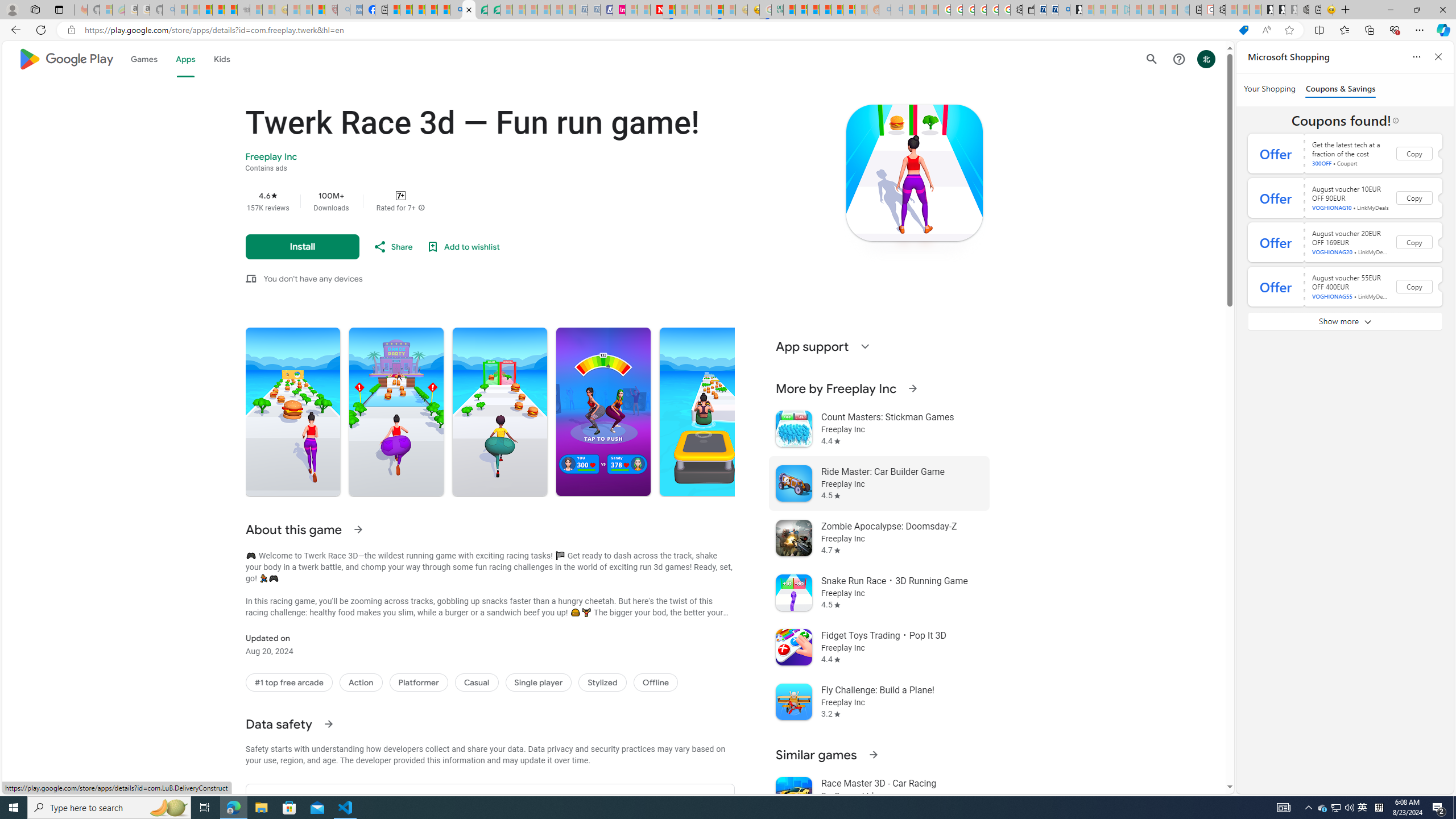 The width and height of the screenshot is (1456, 819). I want to click on 'Platformer', so click(418, 682).